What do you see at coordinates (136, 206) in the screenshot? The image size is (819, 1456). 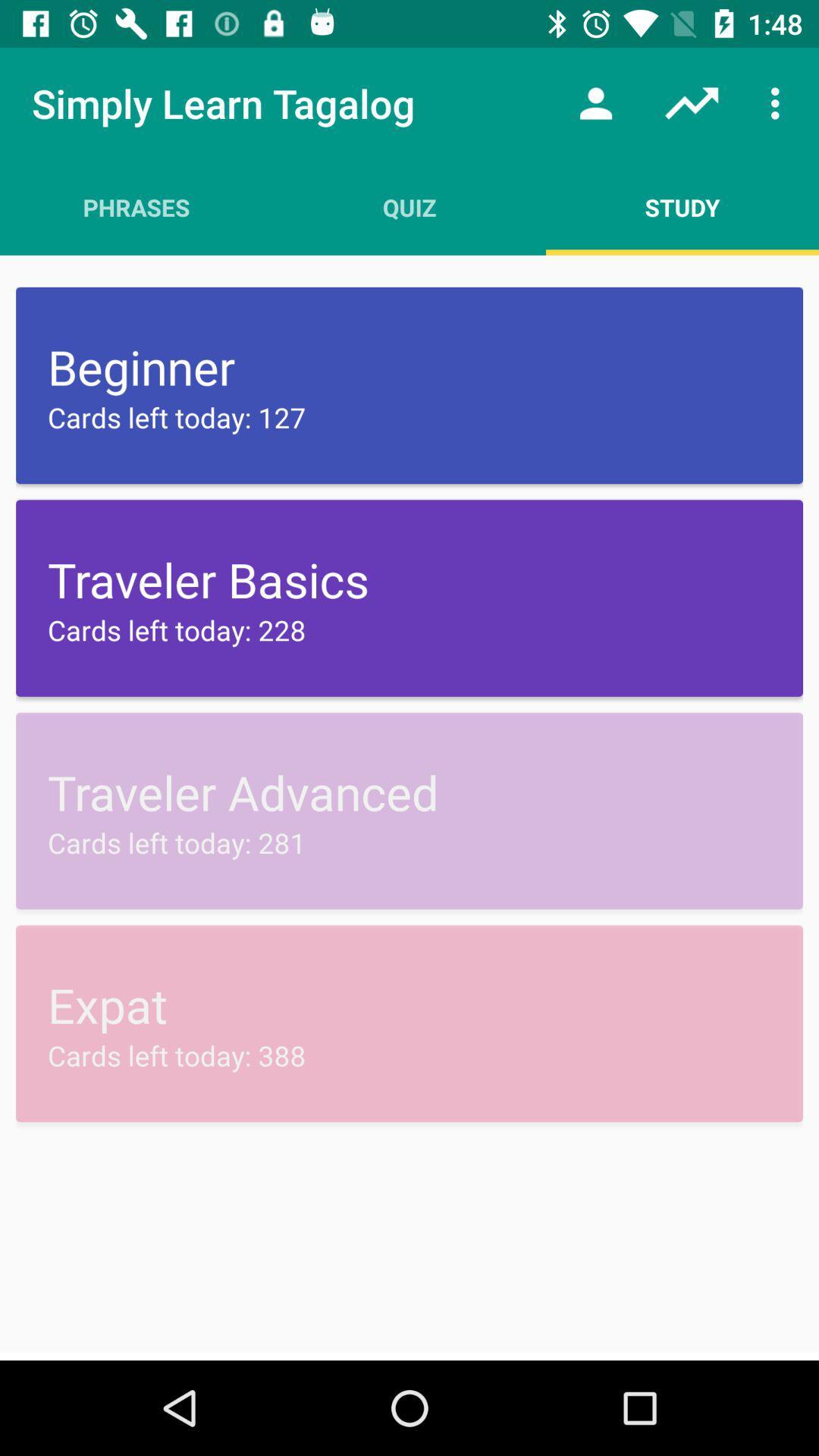 I see `item next to the quiz app` at bounding box center [136, 206].